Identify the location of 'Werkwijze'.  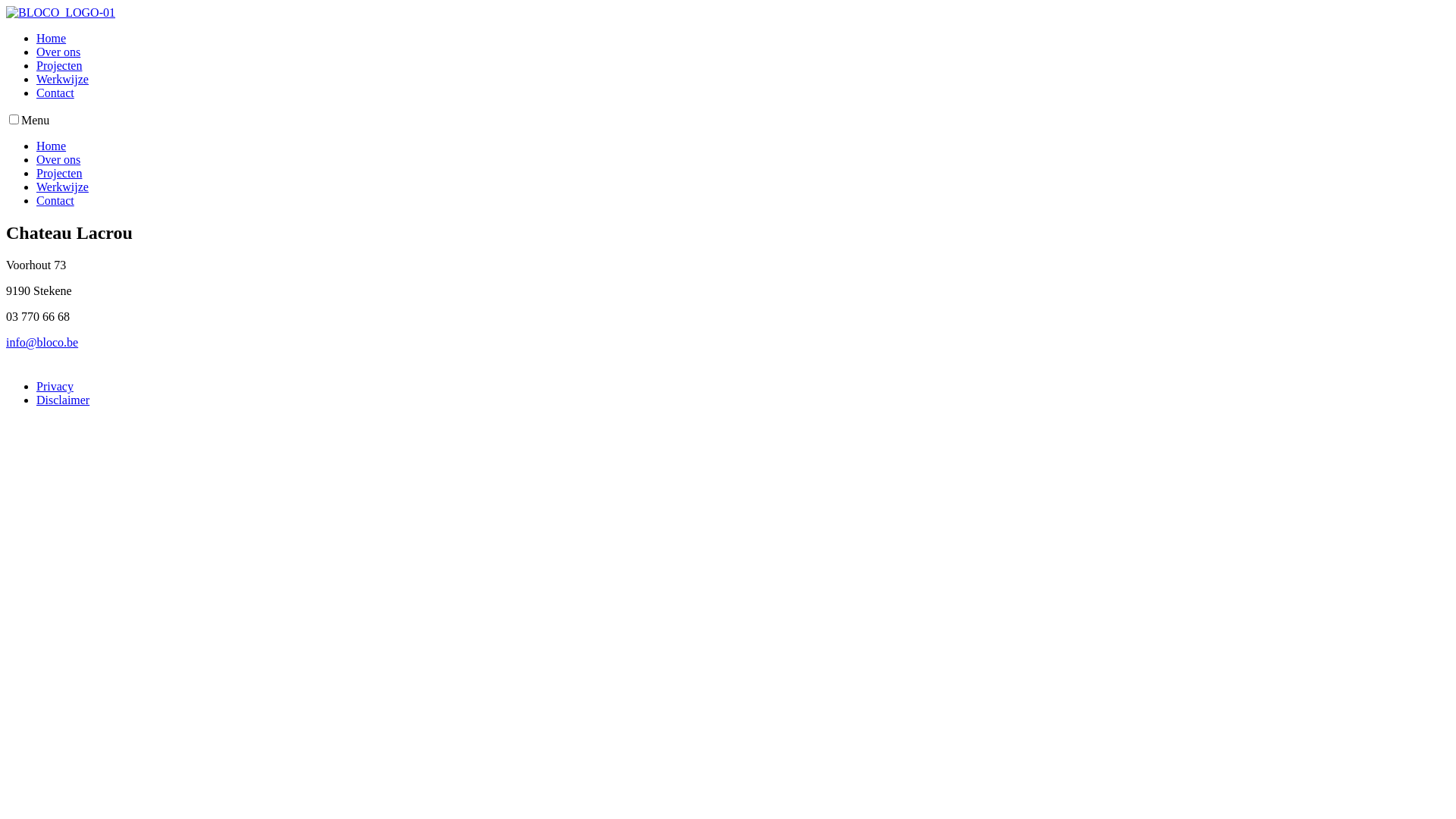
(61, 186).